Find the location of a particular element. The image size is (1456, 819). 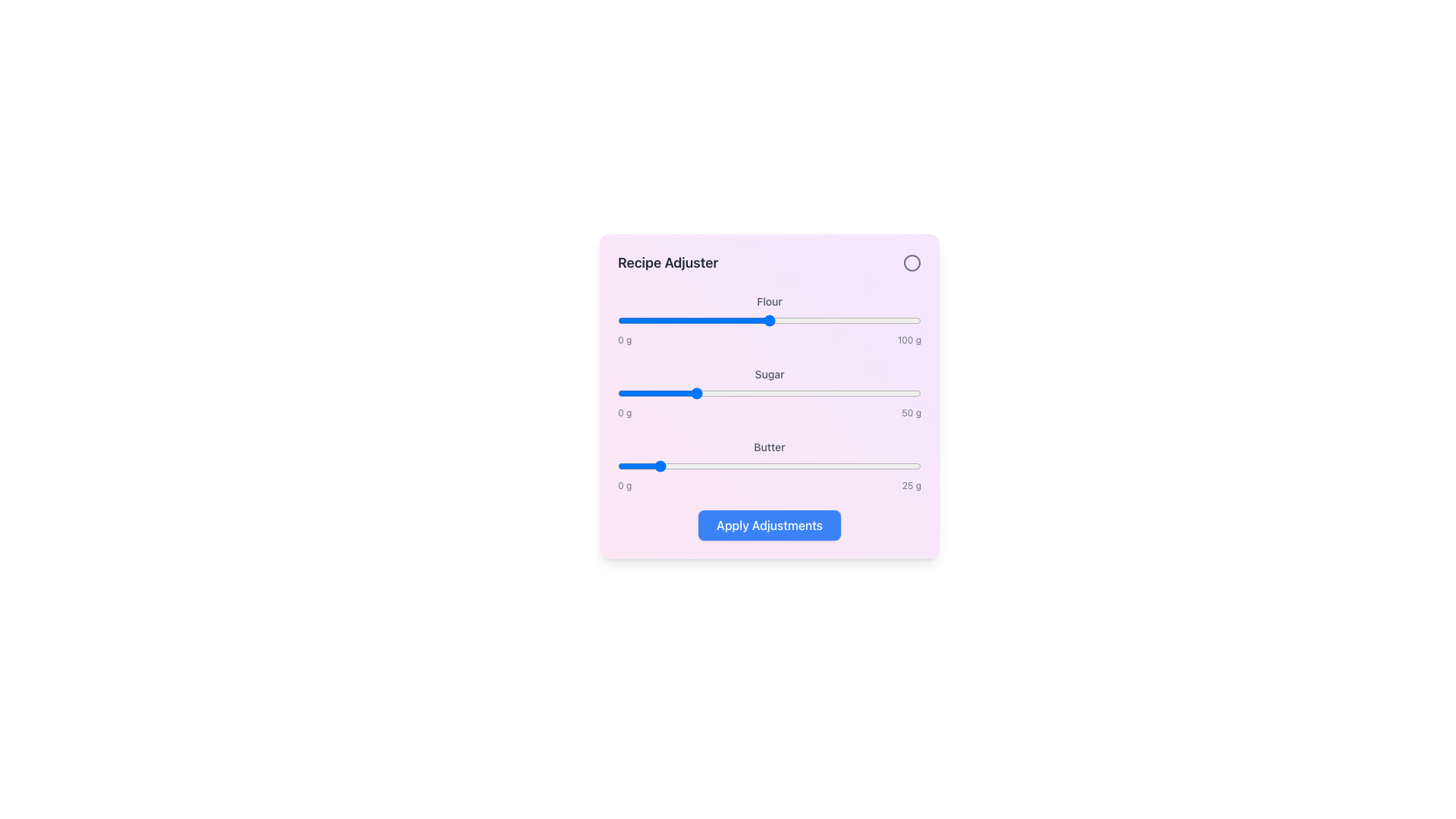

the text label displaying '100 g', which is styled in a small, gray font and positioned to the right of the 'Flour' slider interface is located at coordinates (909, 339).